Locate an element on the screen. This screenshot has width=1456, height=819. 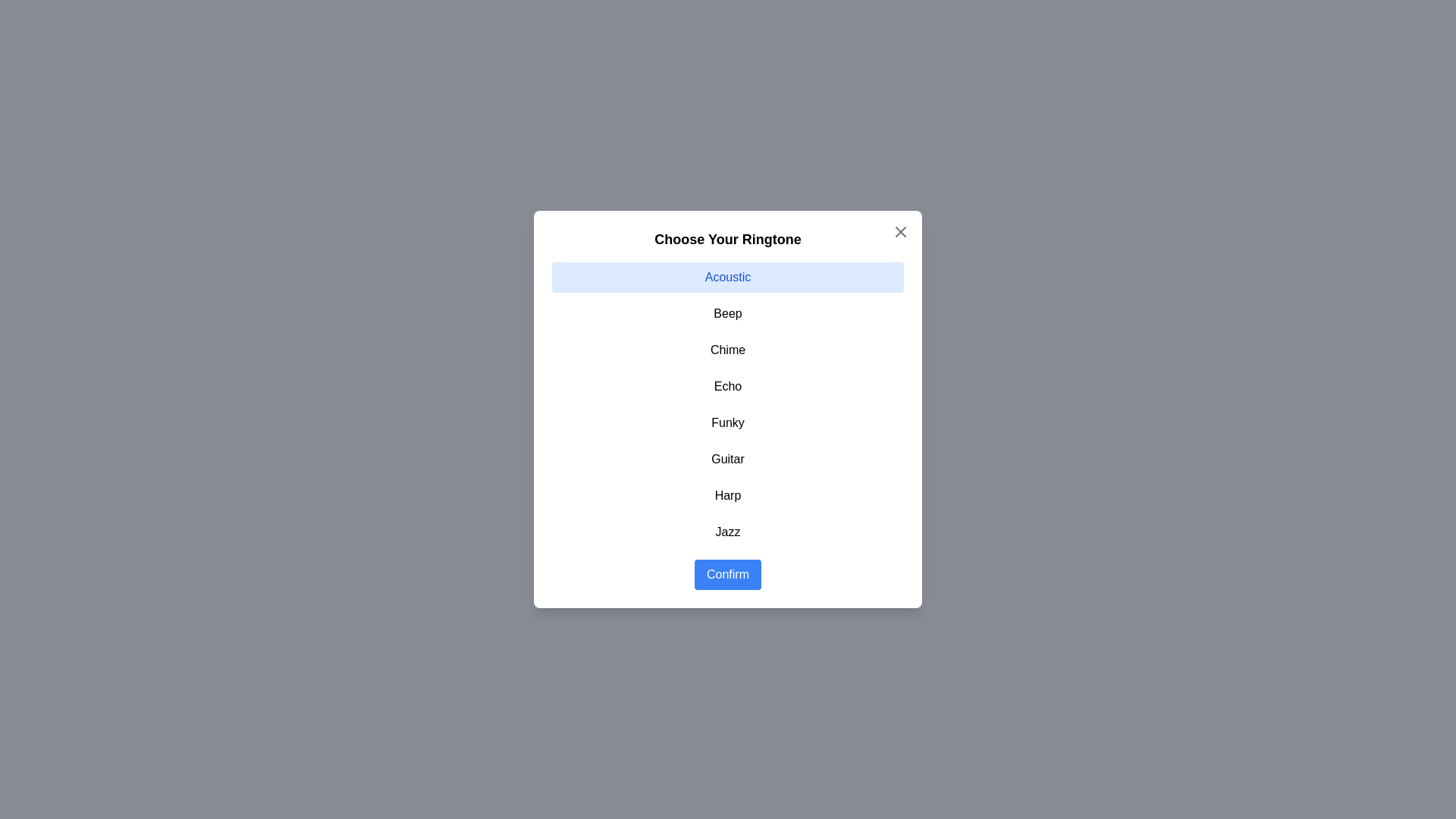
the title text 'Choose Your Ringtone' for copying is located at coordinates (728, 239).